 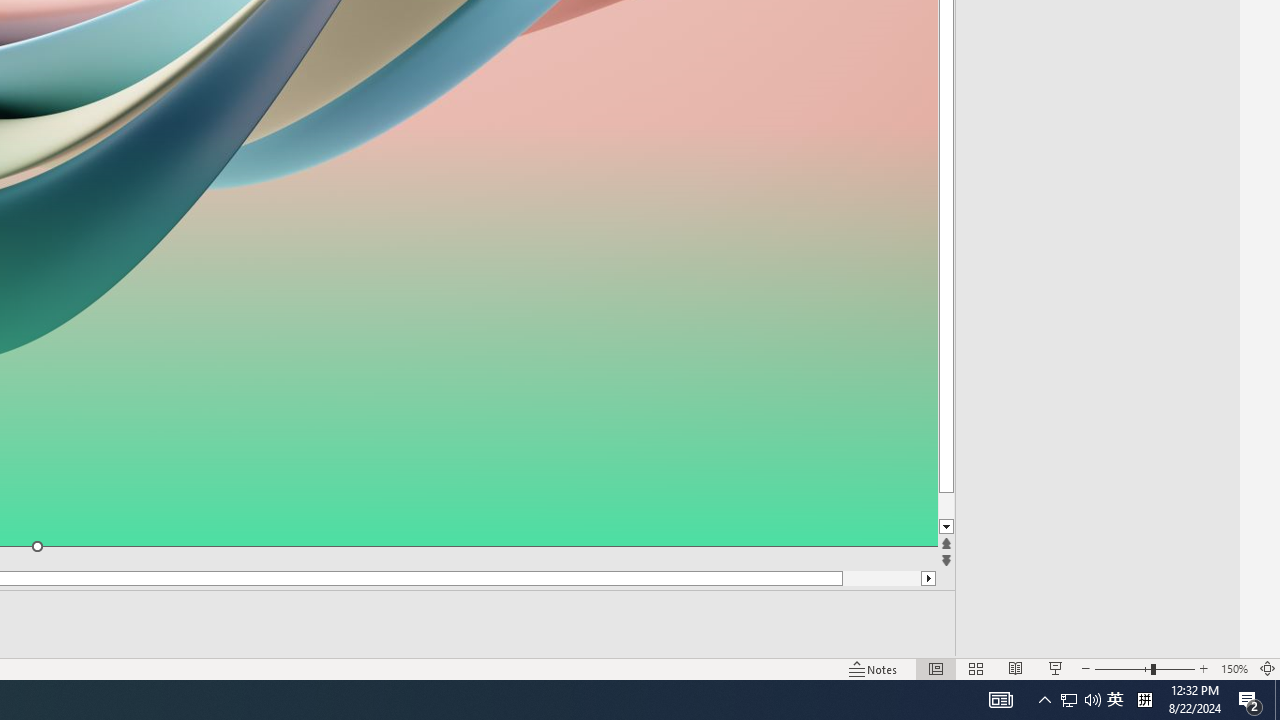 I want to click on 'Zoom In', so click(x=1203, y=669).